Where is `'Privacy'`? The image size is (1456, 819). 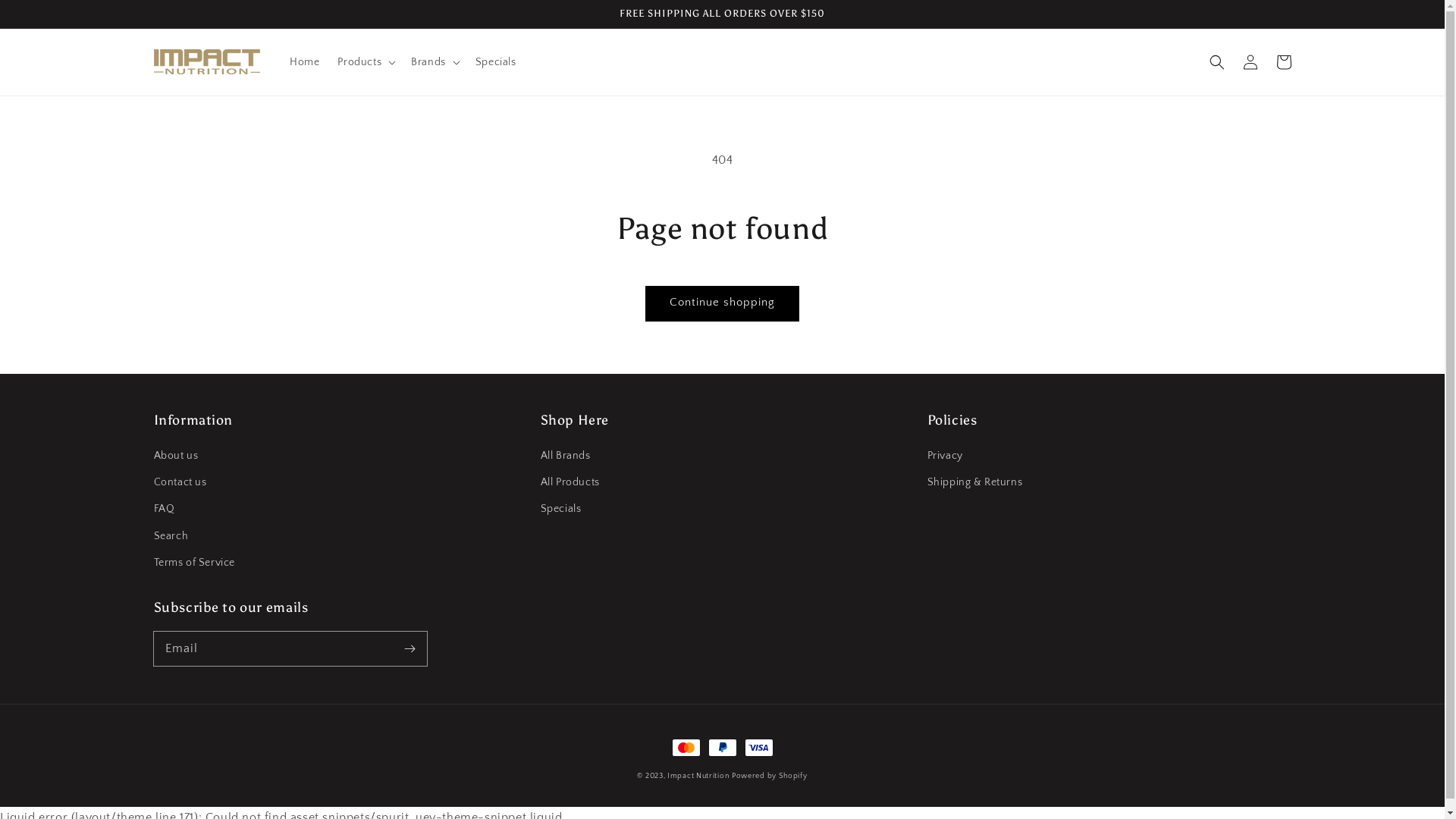
'Privacy' is located at coordinates (926, 457).